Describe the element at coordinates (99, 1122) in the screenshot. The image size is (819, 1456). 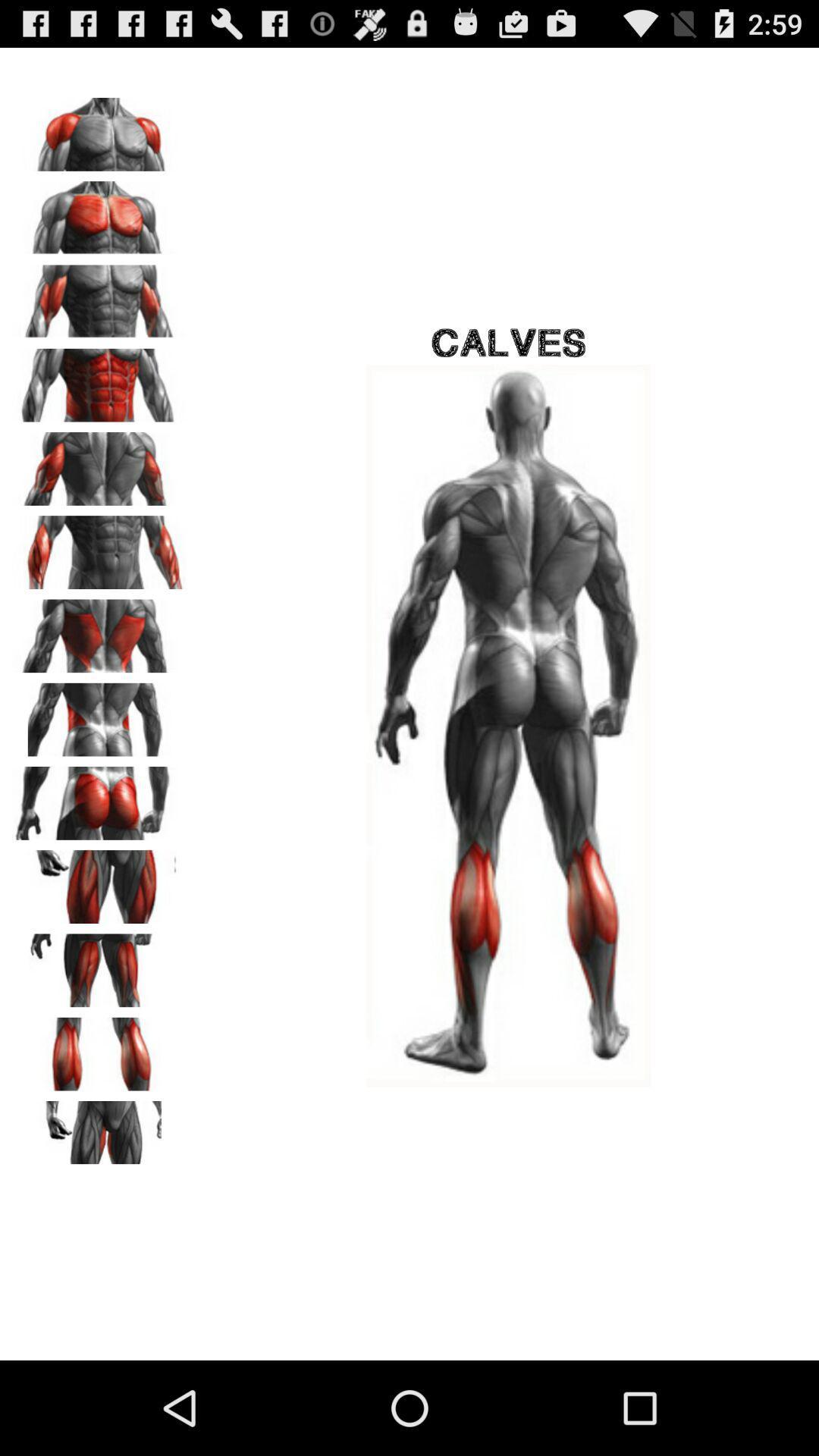
I see `the pause icon` at that location.